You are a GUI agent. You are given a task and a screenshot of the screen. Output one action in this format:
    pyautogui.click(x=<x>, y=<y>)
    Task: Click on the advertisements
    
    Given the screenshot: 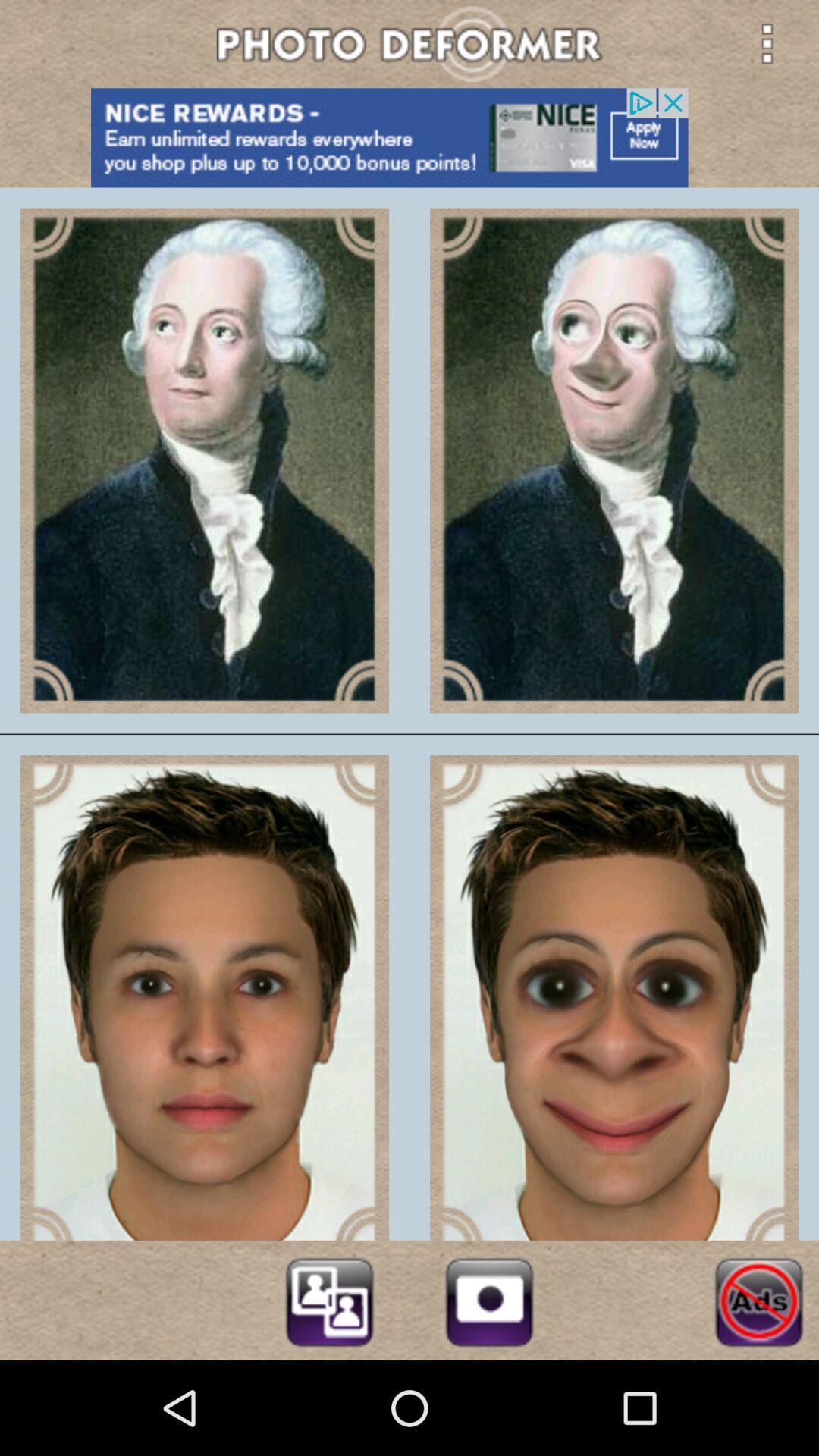 What is the action you would take?
    pyautogui.click(x=758, y=1299)
    